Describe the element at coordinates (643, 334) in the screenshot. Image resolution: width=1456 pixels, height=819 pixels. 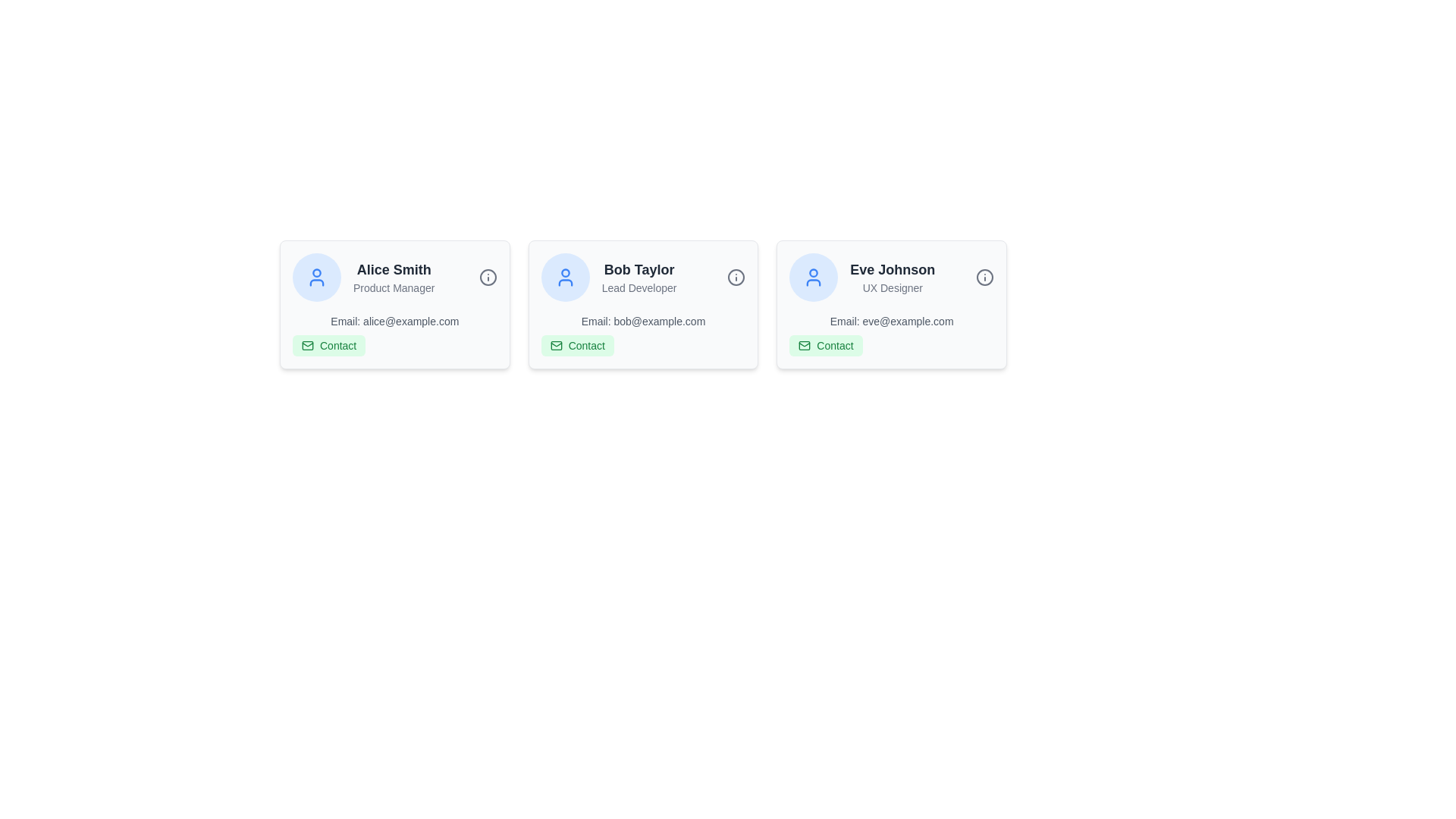
I see `the contact information element for 'Bob Taylor', Lead Developer` at that location.